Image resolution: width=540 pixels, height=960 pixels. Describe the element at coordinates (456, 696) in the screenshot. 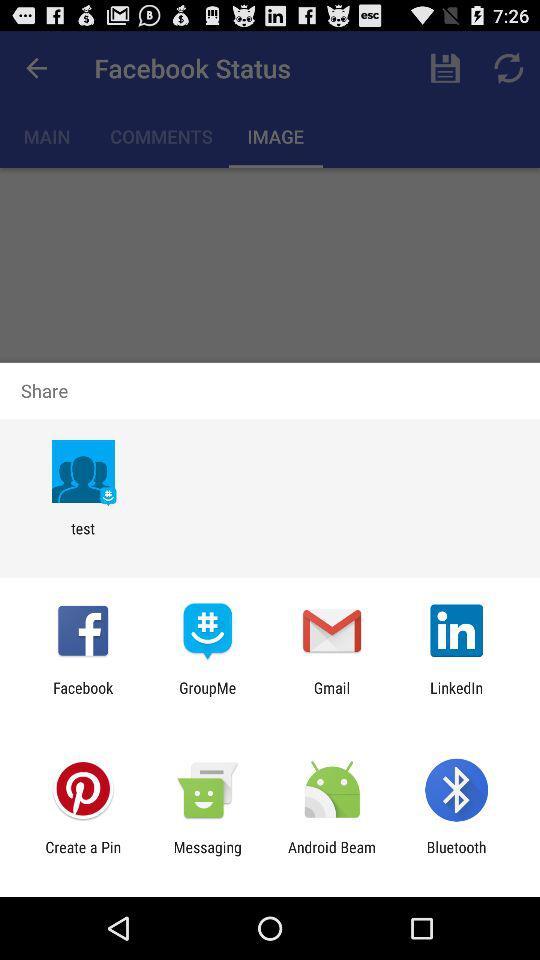

I see `the icon to the right of the gmail icon` at that location.